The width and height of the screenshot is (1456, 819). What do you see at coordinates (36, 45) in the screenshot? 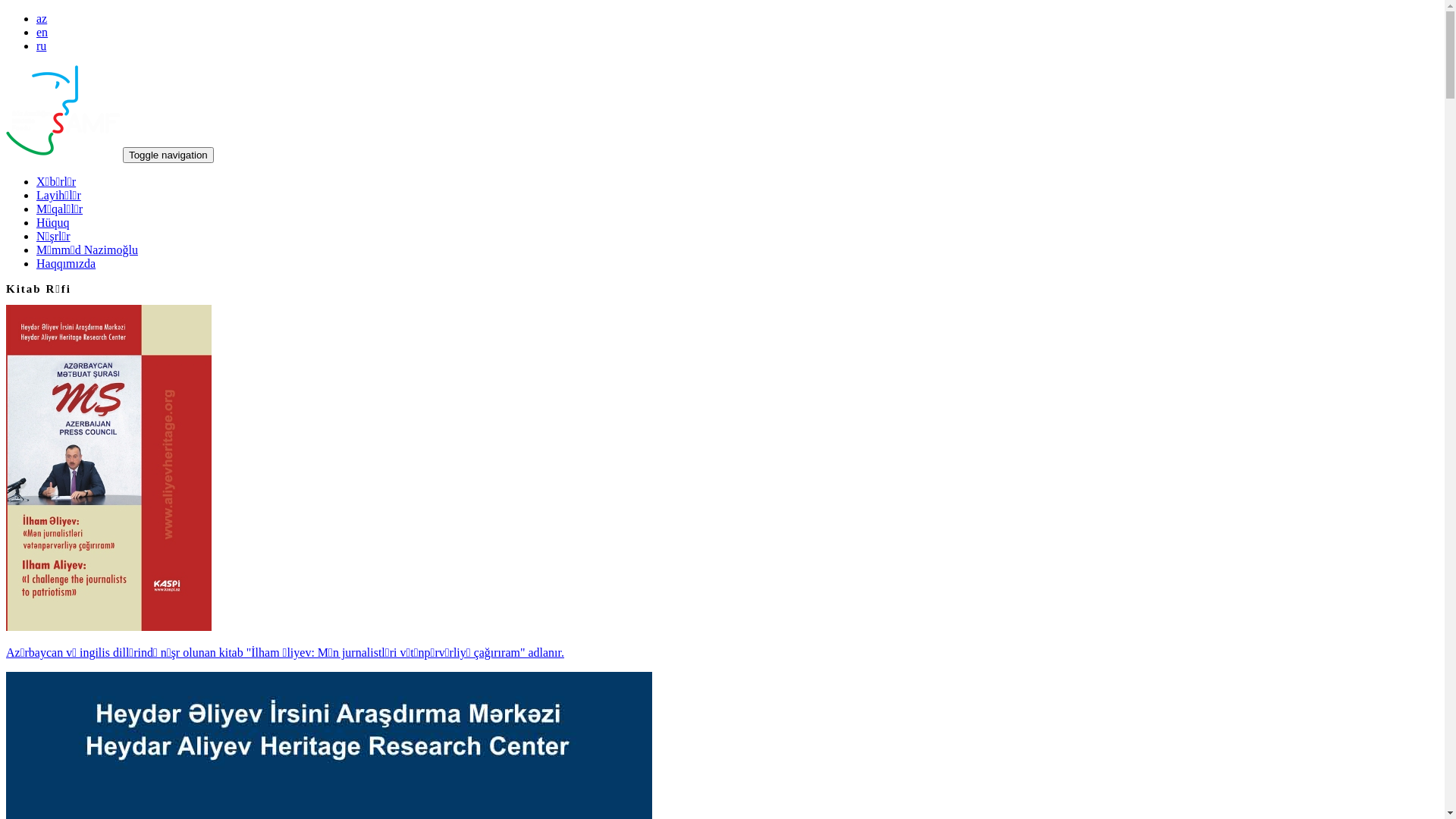
I see `'ru'` at bounding box center [36, 45].